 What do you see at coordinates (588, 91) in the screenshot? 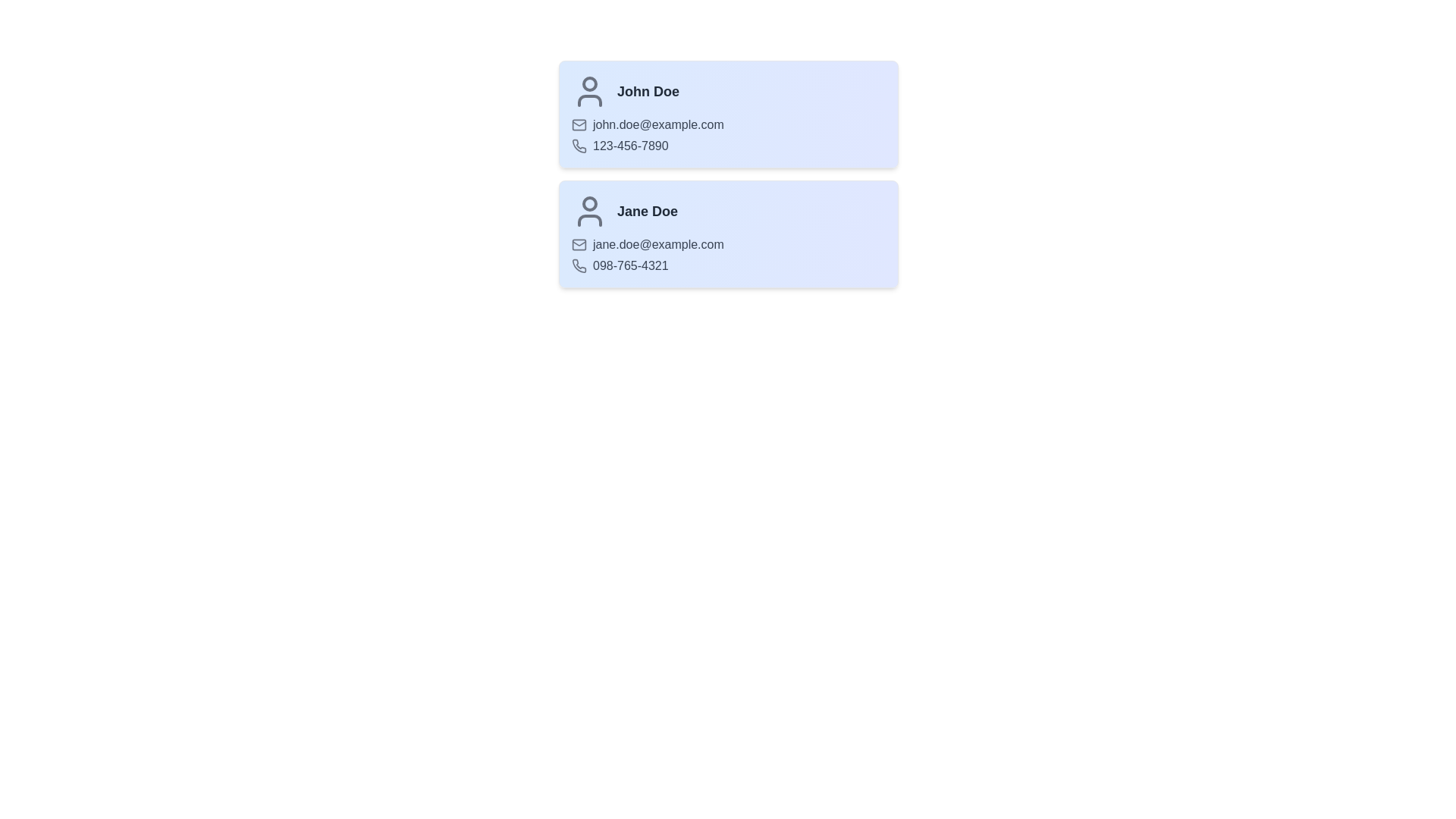
I see `the user icon in the UserProfileCard component` at bounding box center [588, 91].